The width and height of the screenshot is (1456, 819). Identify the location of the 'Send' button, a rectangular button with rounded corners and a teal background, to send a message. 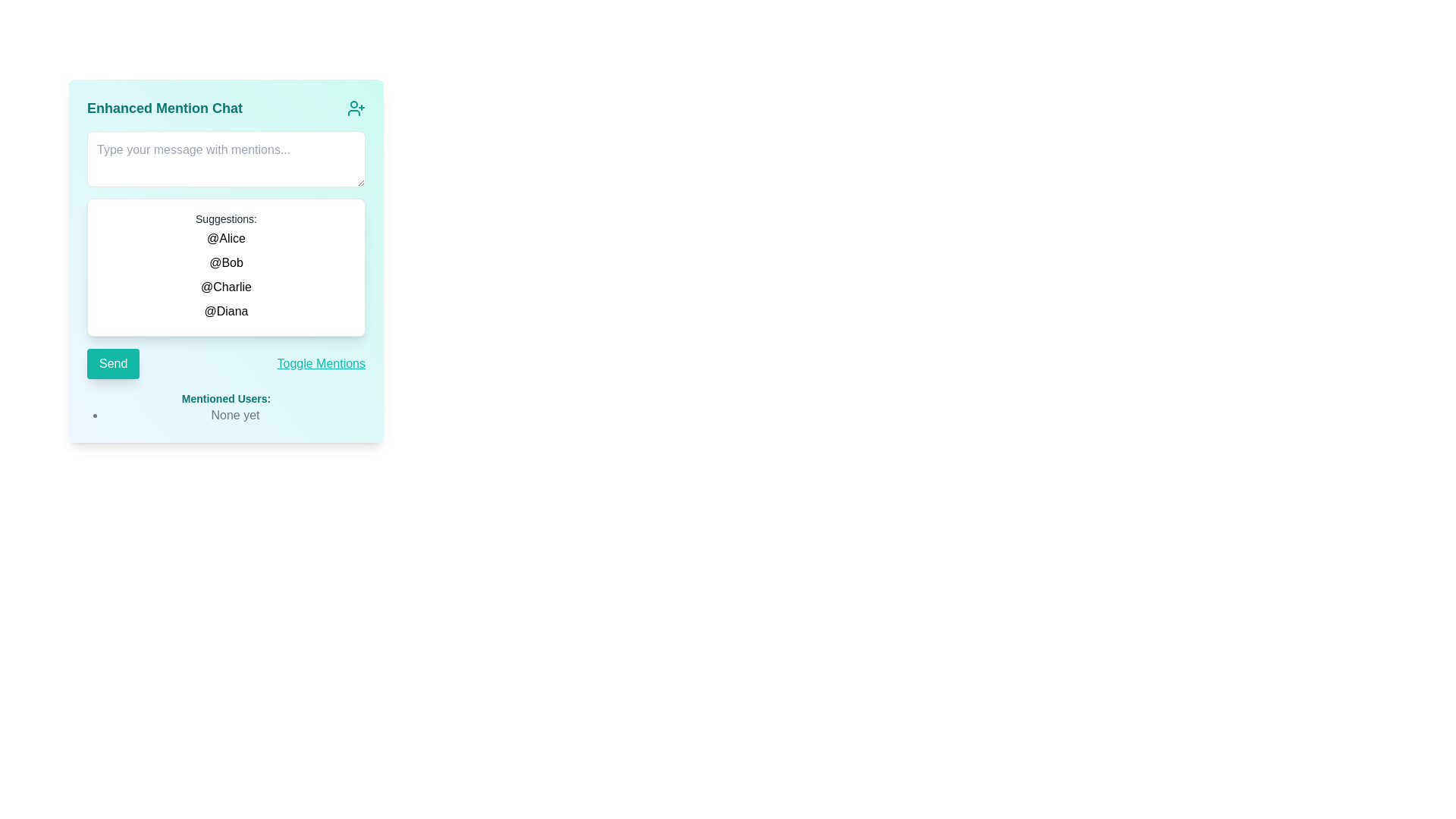
(112, 363).